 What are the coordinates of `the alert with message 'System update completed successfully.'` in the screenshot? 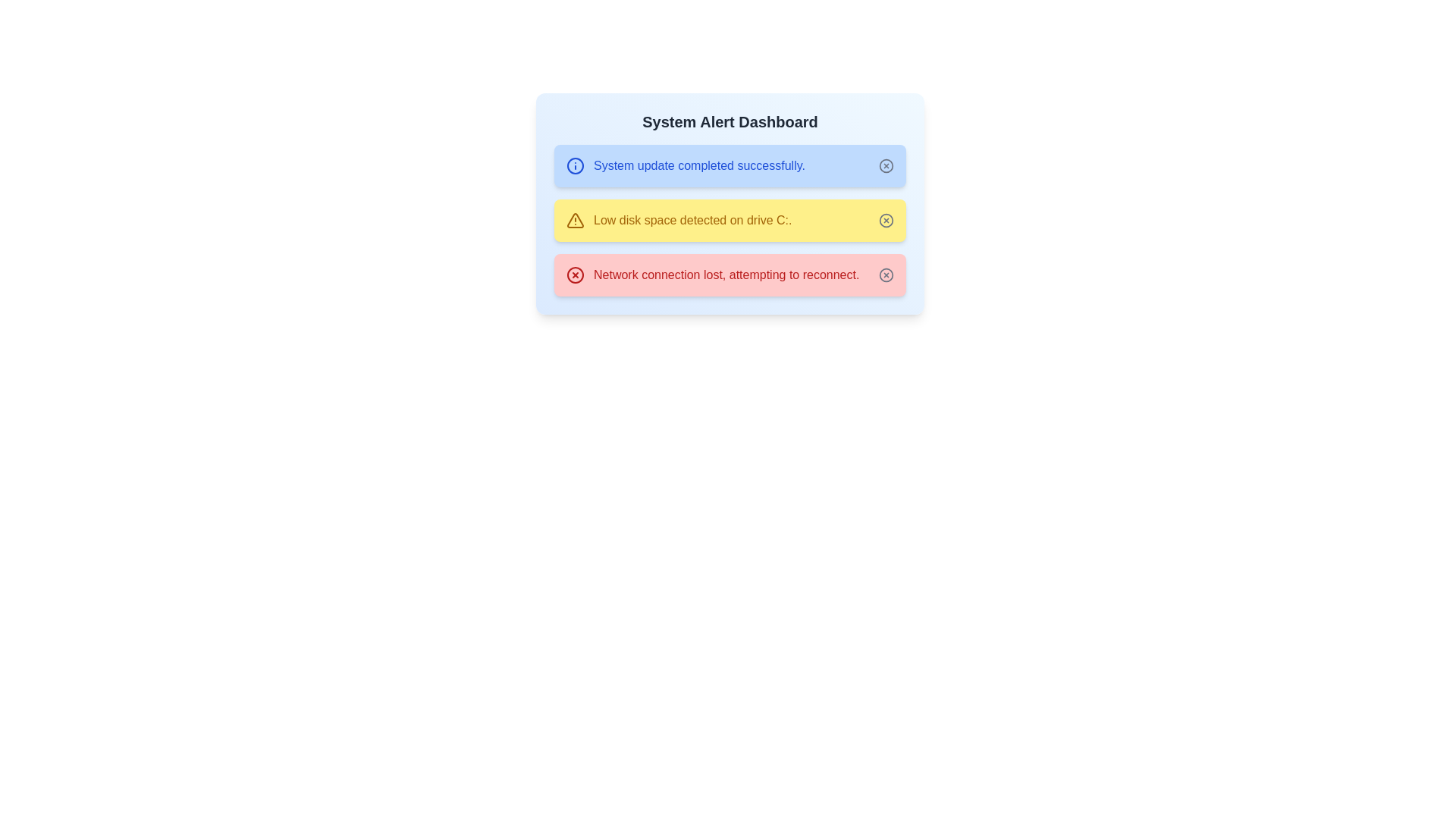 It's located at (684, 166).